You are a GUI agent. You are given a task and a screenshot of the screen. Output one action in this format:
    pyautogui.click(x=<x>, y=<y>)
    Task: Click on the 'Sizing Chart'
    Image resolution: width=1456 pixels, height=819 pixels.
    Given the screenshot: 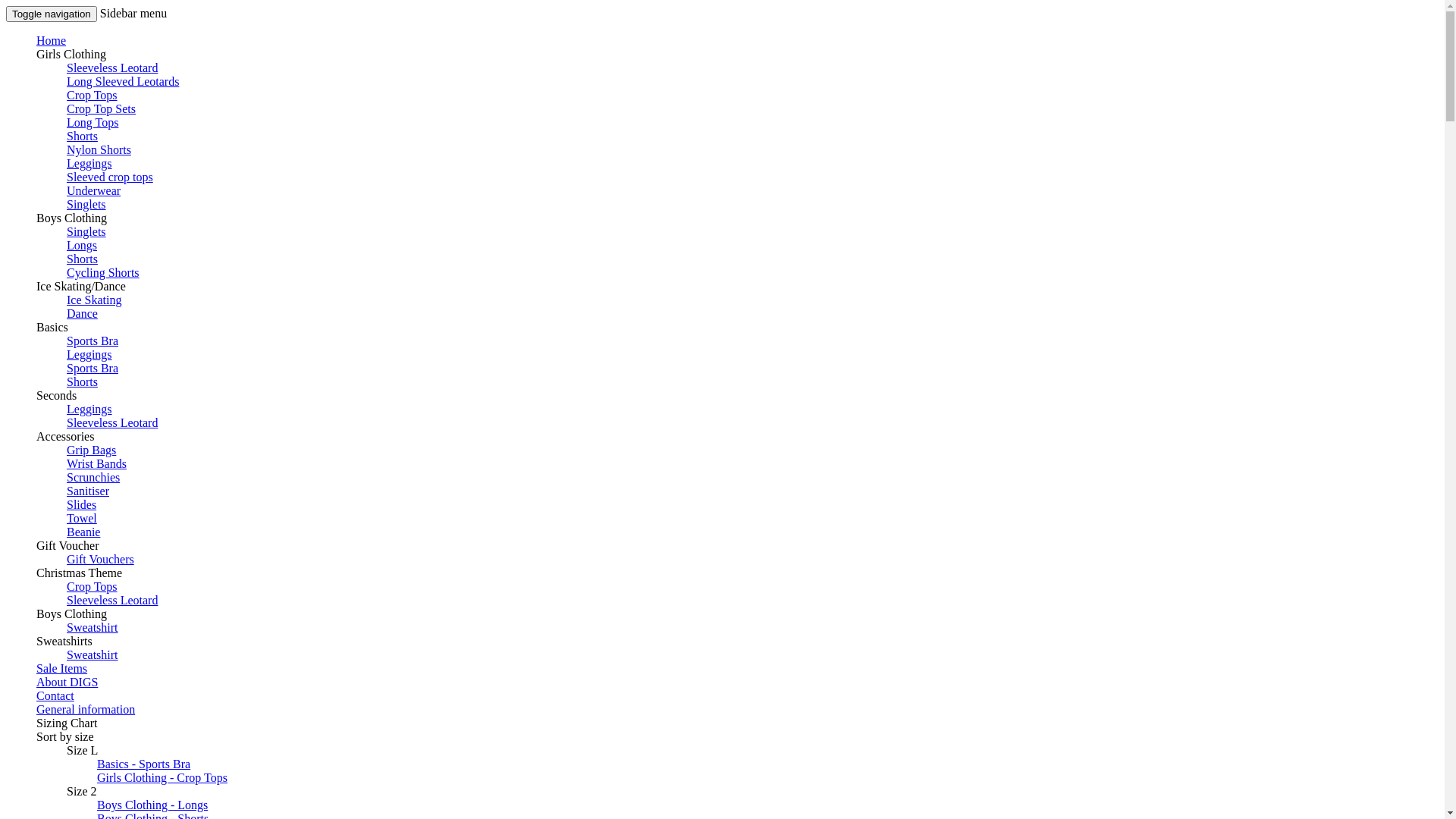 What is the action you would take?
    pyautogui.click(x=36, y=722)
    